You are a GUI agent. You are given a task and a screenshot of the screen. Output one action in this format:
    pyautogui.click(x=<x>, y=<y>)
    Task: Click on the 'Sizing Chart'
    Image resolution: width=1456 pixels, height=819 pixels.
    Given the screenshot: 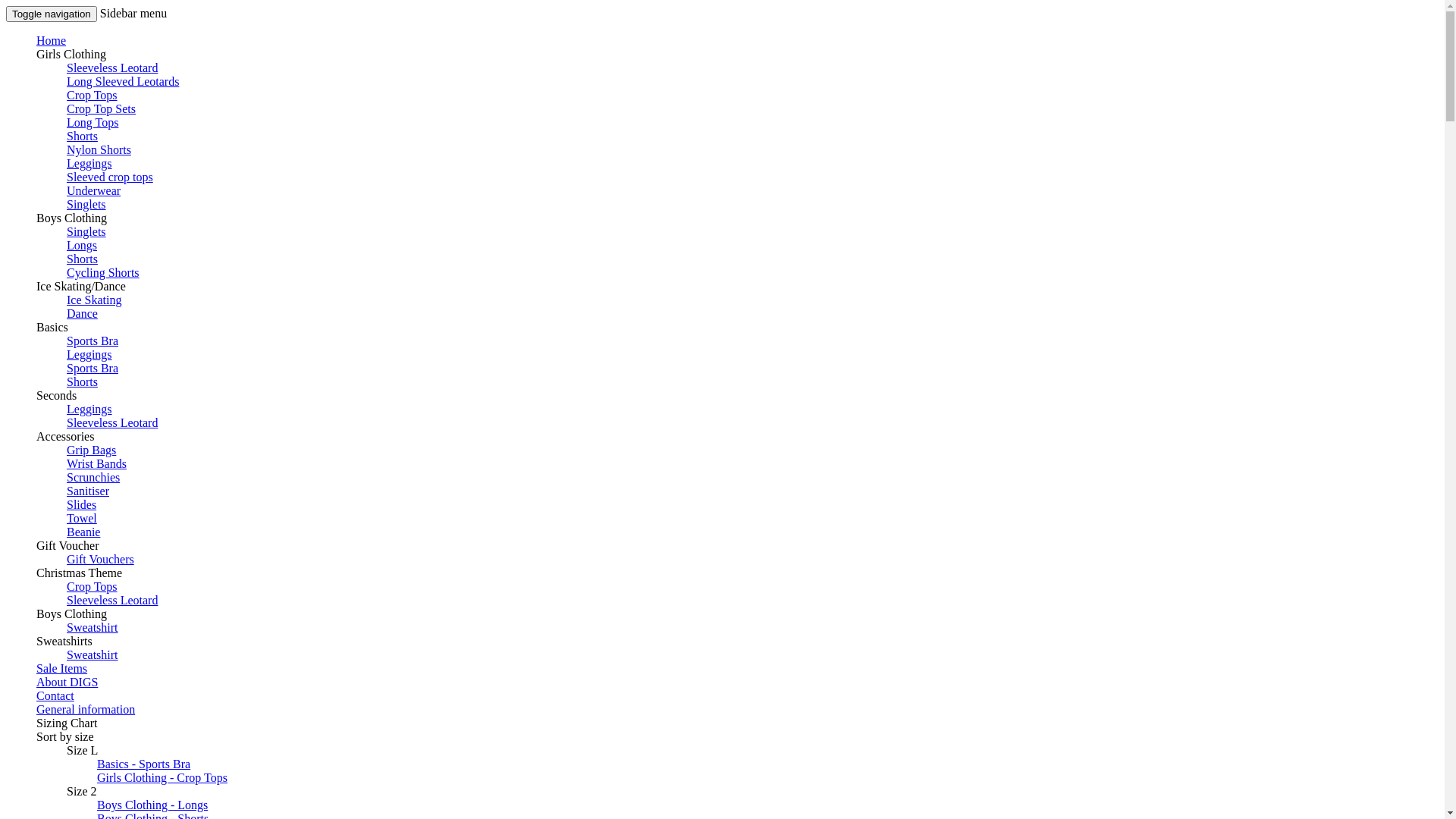 What is the action you would take?
    pyautogui.click(x=36, y=722)
    